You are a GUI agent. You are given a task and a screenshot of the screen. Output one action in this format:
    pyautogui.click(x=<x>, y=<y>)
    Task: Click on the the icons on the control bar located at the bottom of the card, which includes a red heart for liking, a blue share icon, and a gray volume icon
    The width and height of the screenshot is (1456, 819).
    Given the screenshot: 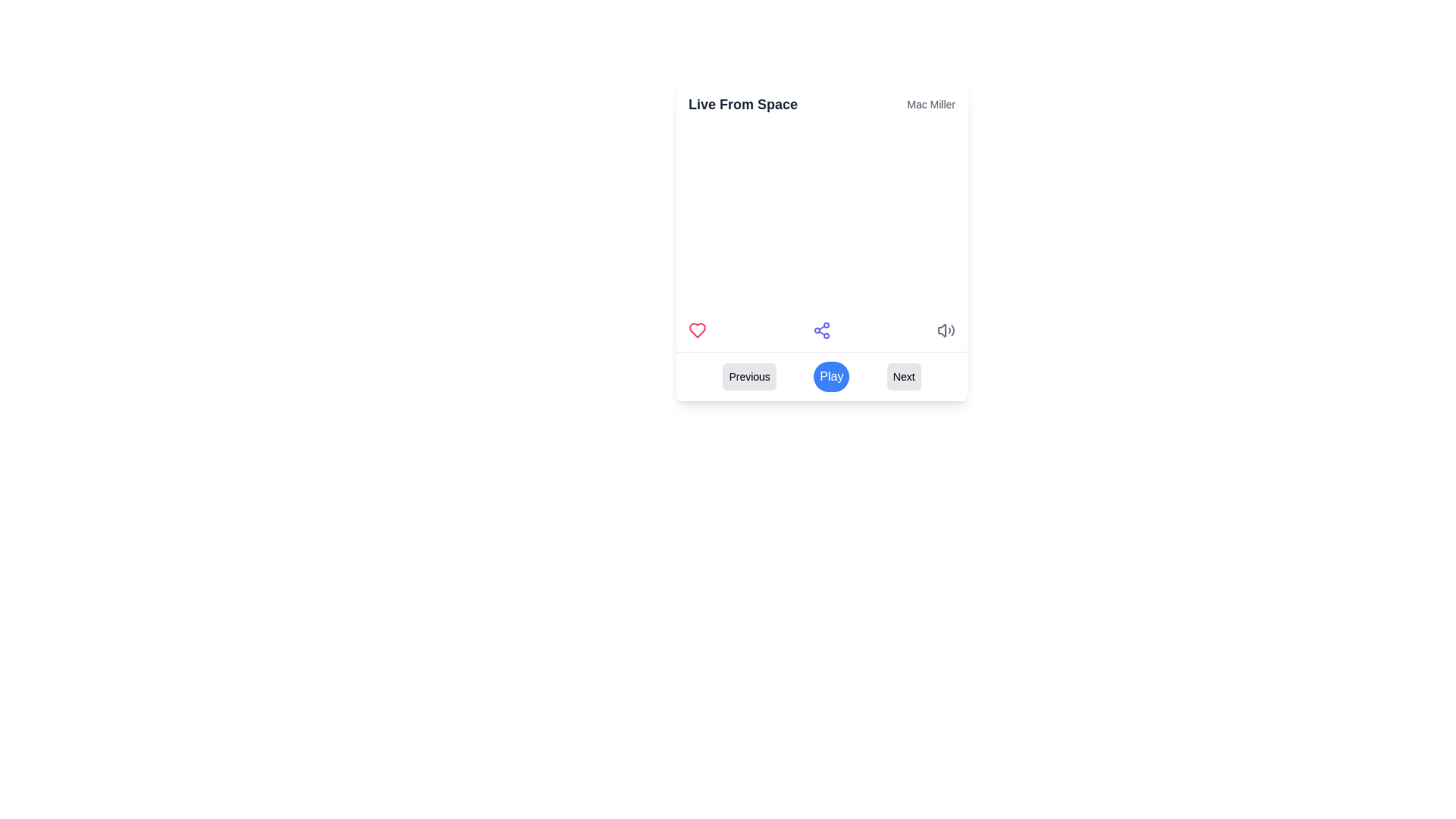 What is the action you would take?
    pyautogui.click(x=821, y=329)
    